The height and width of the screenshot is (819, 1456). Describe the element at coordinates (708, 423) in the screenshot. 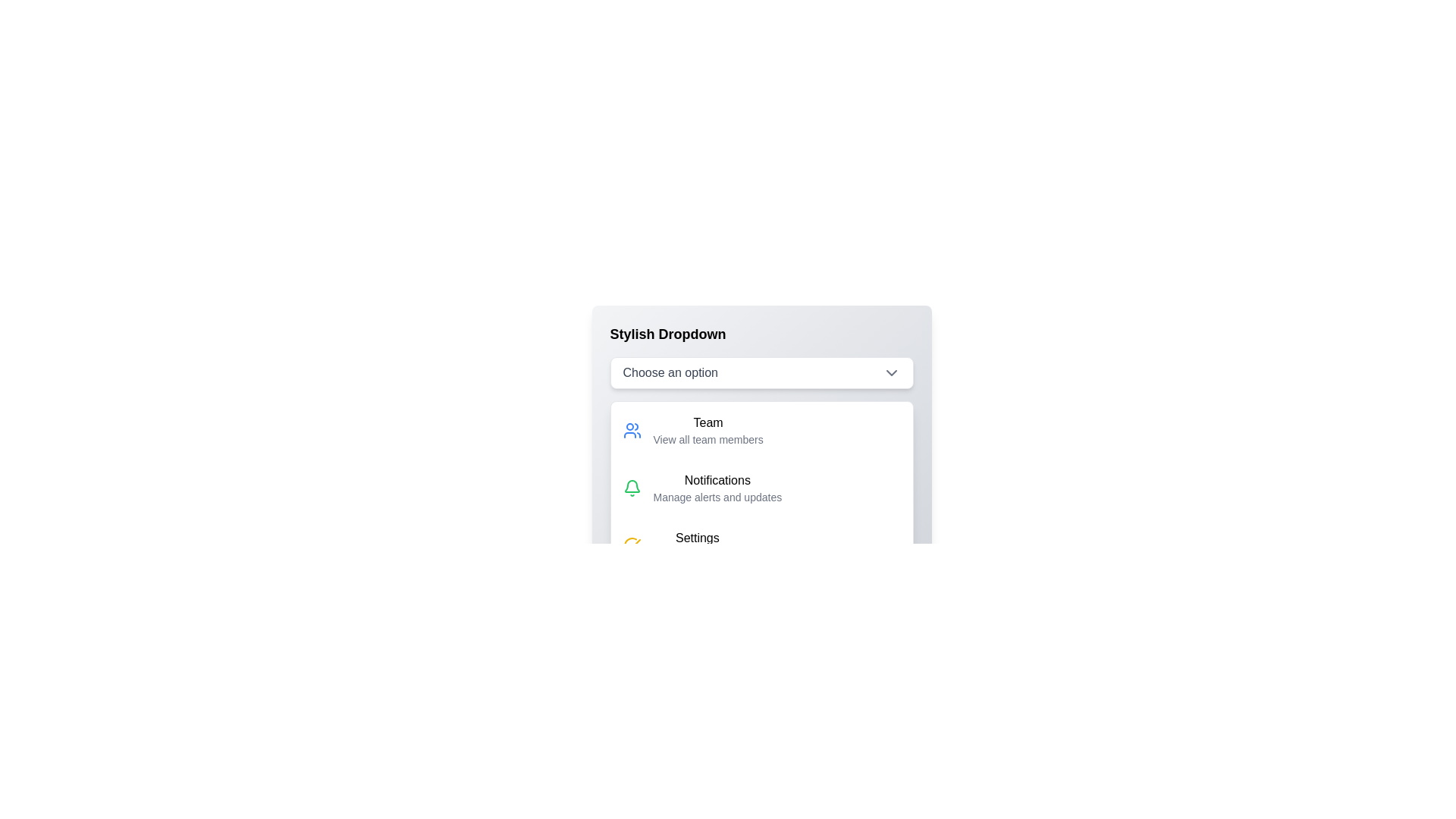

I see `the header text label within the 'Stylish Dropdown' that indicates the team-related section, which is located above the 'View all team members' text element` at that location.